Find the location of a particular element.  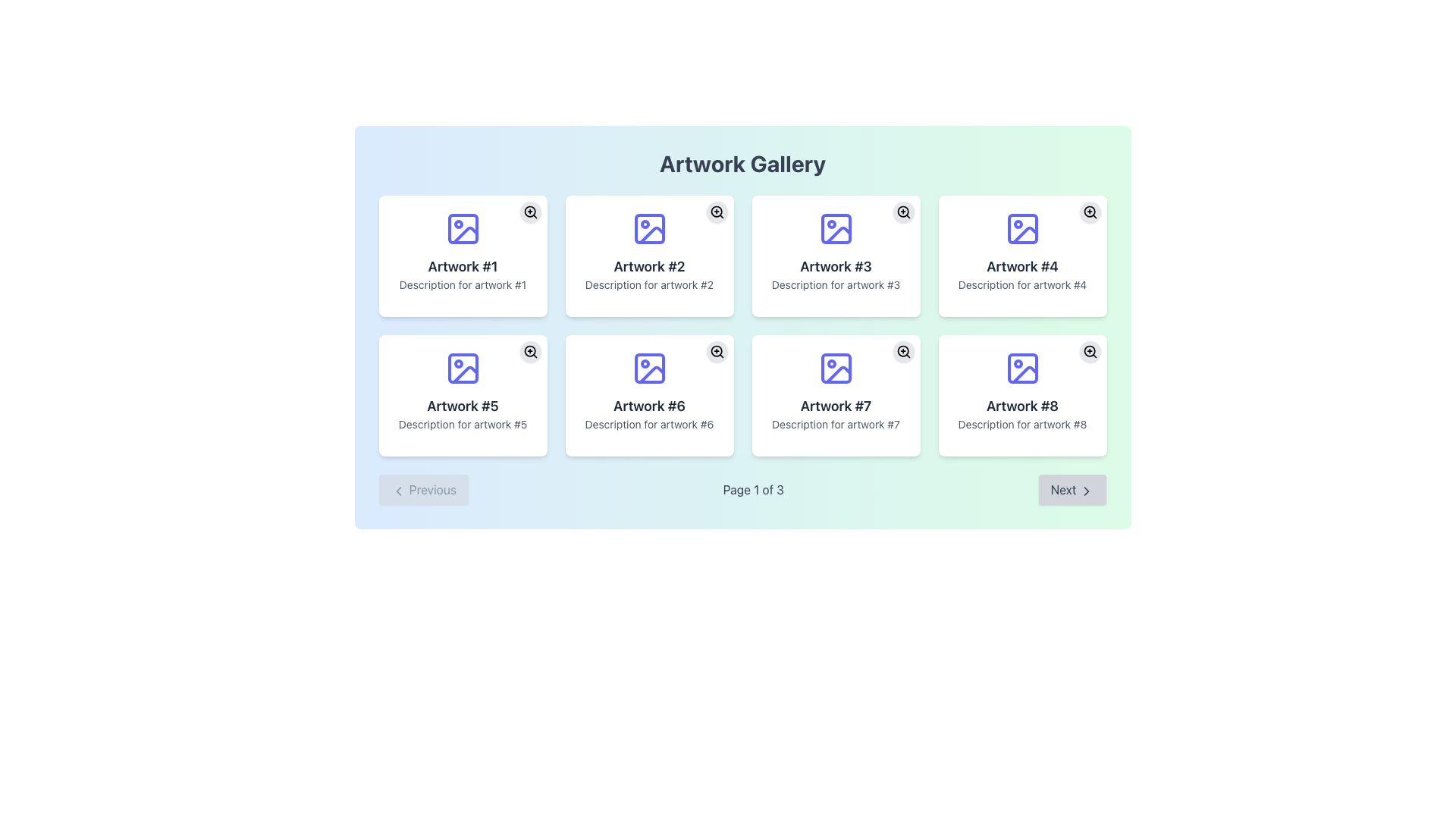

text displayed in the text label located at the top-center of the sixth card in the grid layout is located at coordinates (649, 406).